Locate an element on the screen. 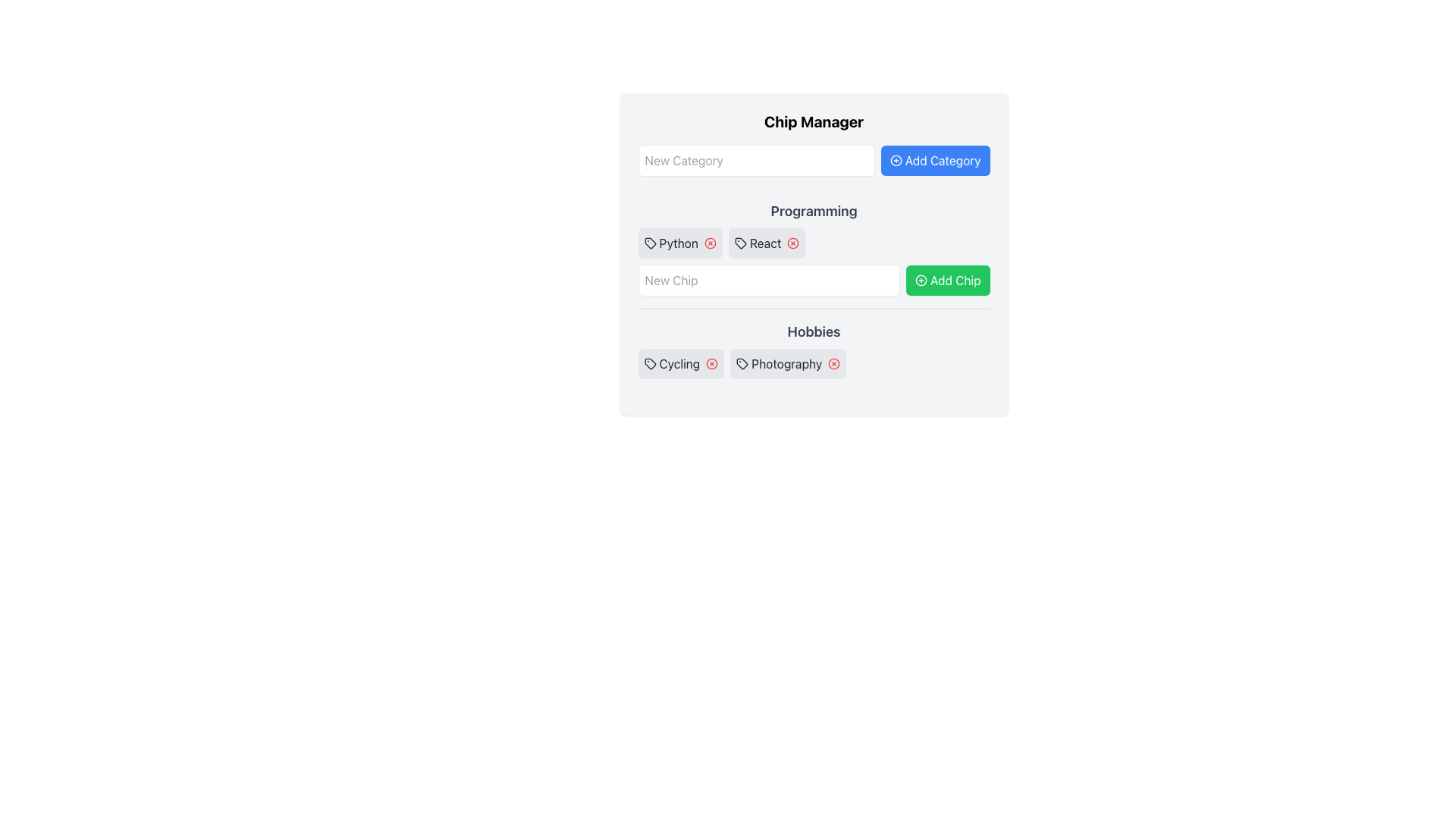  the small tag-shaped icon with a filled circular dot, located inside the left part of the 'Python' chip in the 'Programming' section is located at coordinates (650, 242).